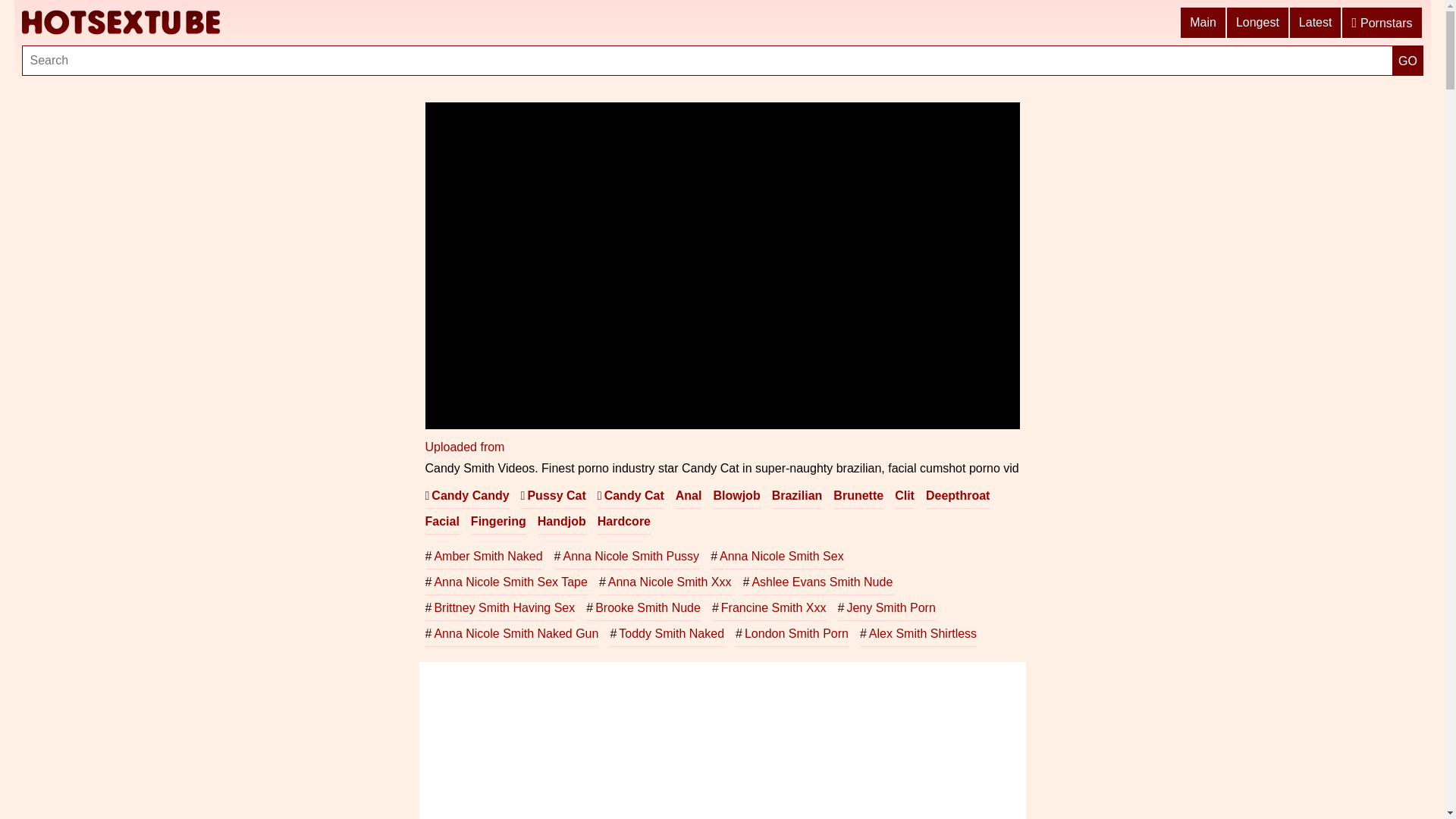 The height and width of the screenshot is (819, 1456). Describe the element at coordinates (736, 496) in the screenshot. I see `'Blowjob'` at that location.